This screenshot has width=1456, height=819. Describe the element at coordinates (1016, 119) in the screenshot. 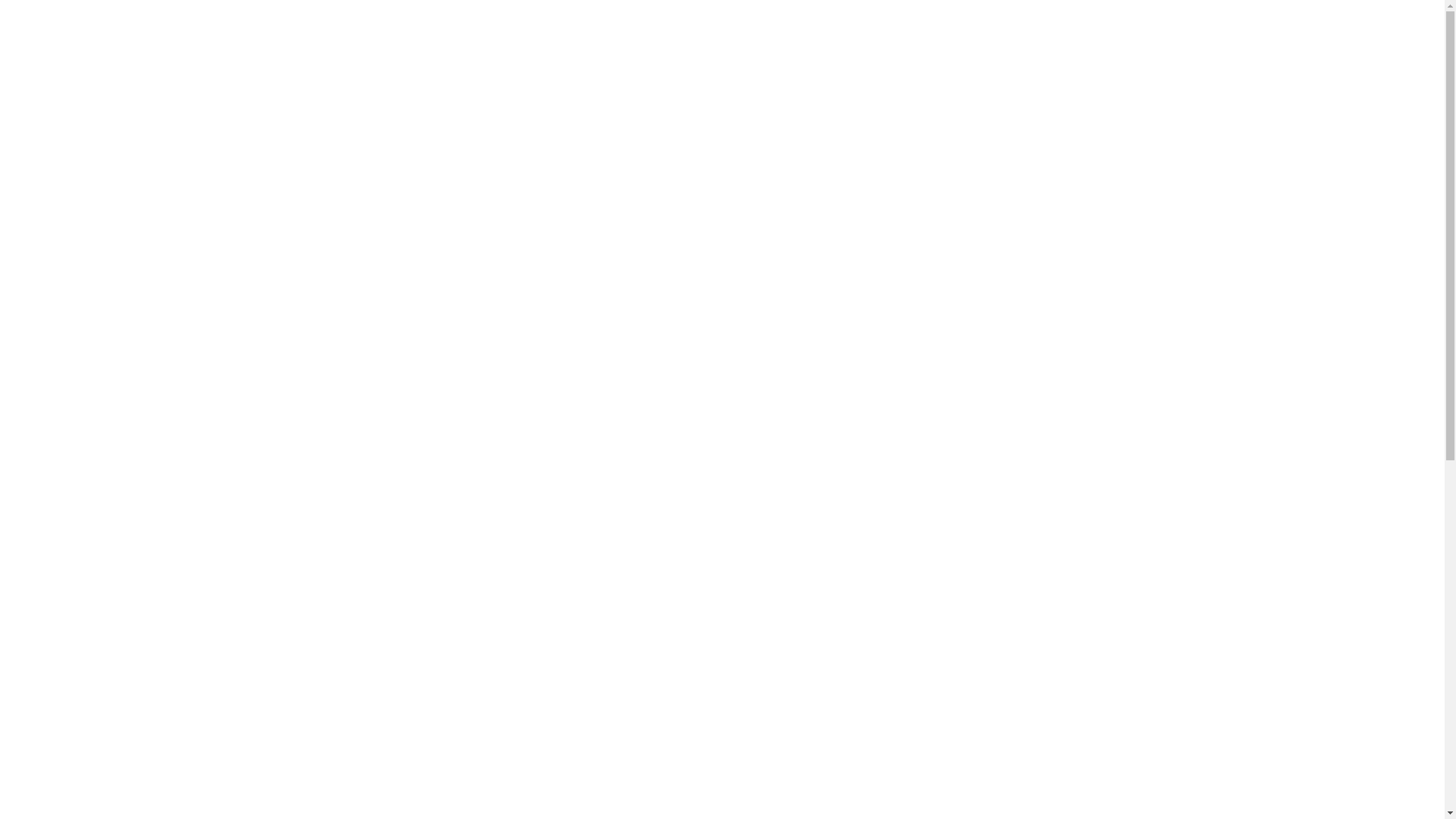

I see `'DA'` at that location.